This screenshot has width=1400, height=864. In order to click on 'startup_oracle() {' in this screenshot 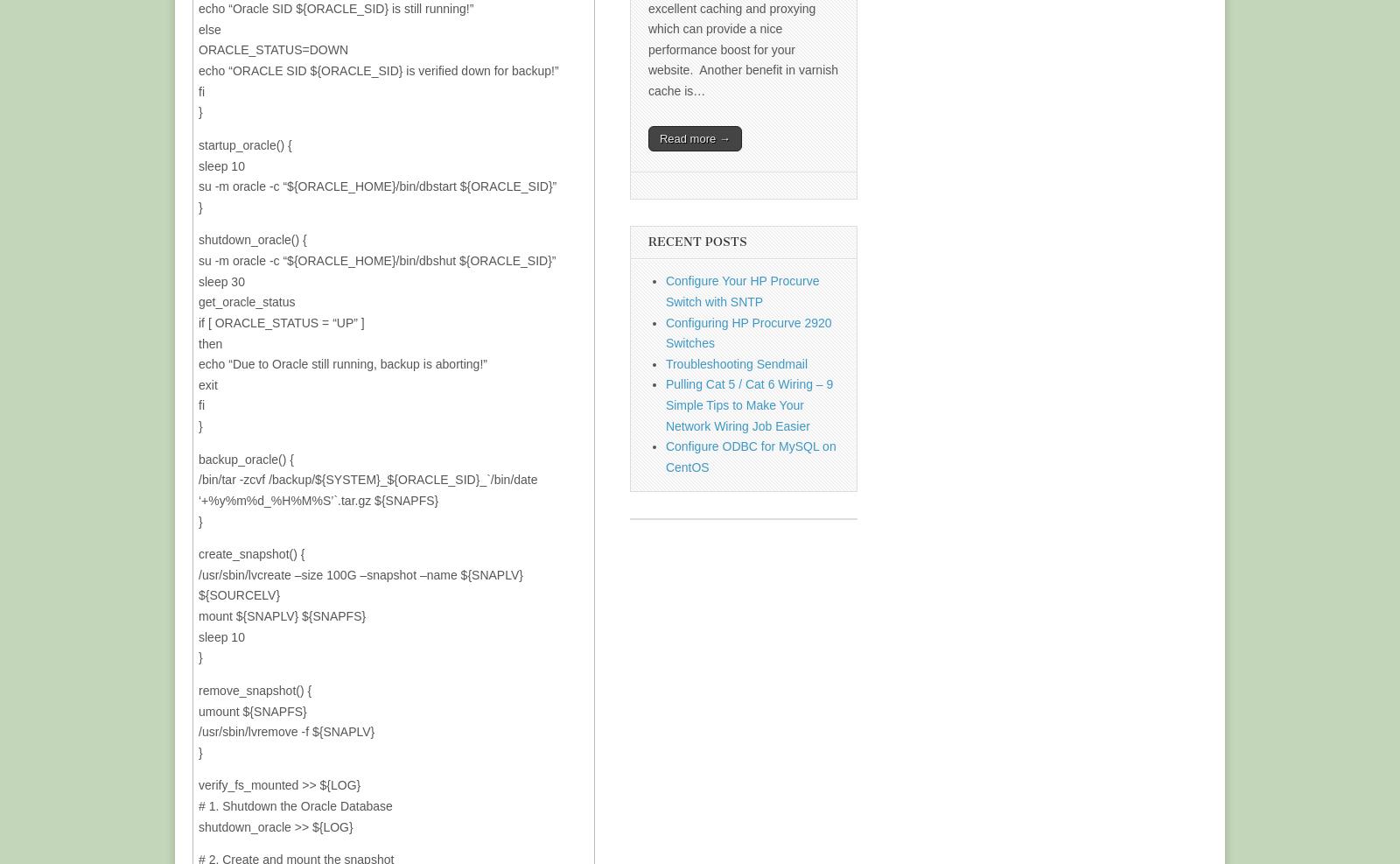, I will do `click(199, 144)`.